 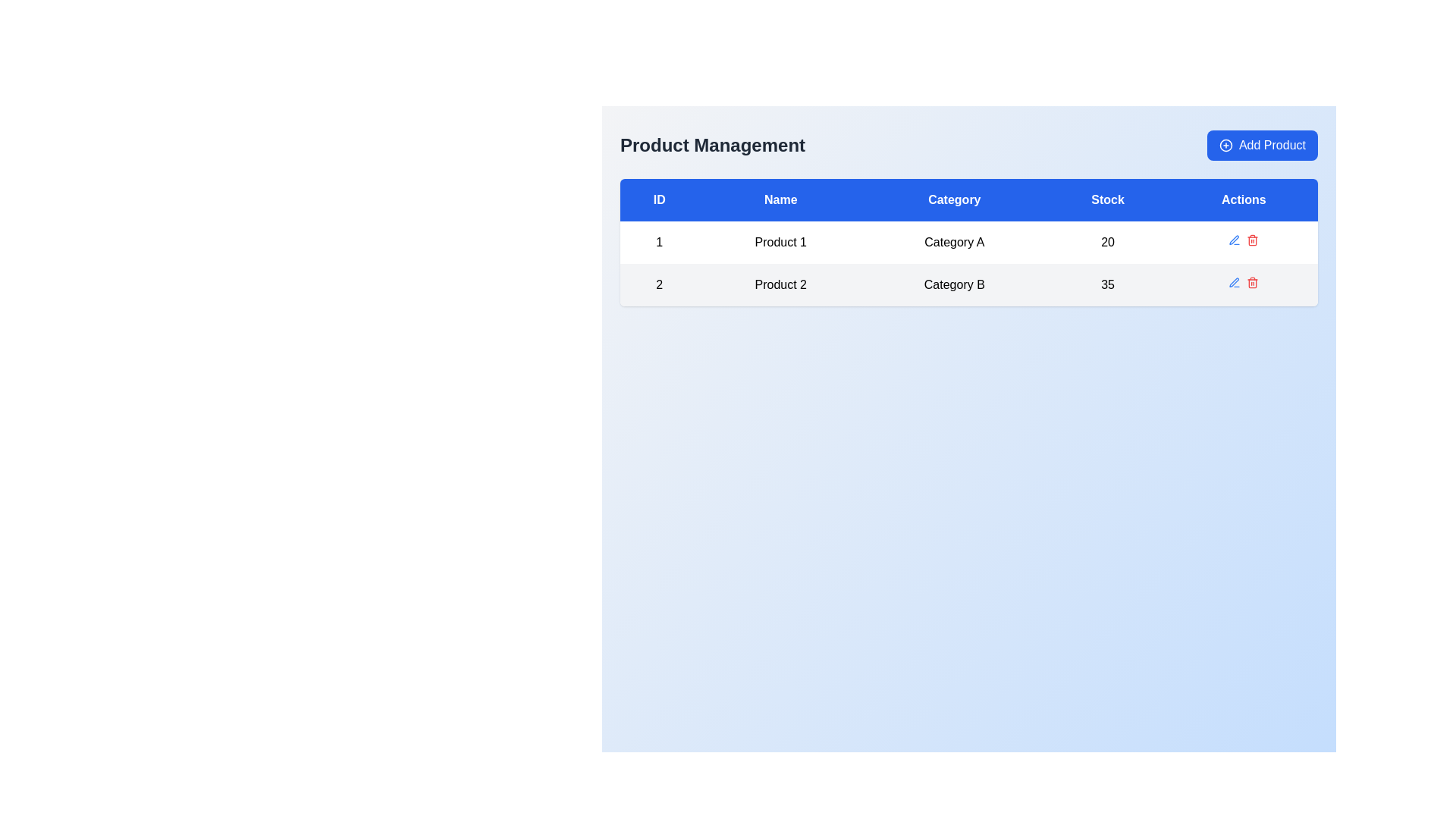 What do you see at coordinates (1108, 284) in the screenshot?
I see `the Text label indicating the stock count for 'Product 2' located in the 'Stock' column of the table` at bounding box center [1108, 284].